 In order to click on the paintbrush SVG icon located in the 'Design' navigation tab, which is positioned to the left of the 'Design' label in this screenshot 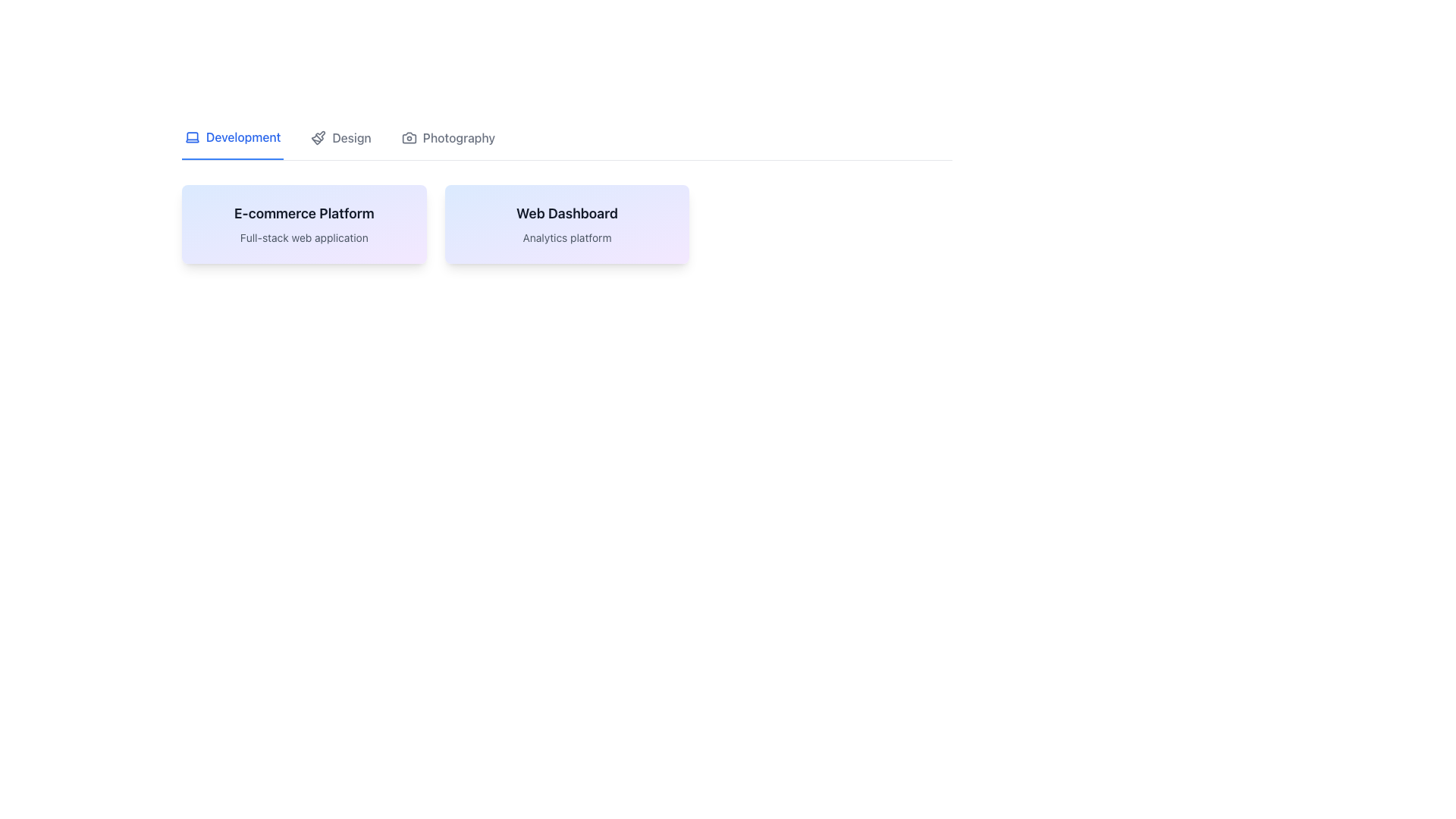, I will do `click(318, 137)`.